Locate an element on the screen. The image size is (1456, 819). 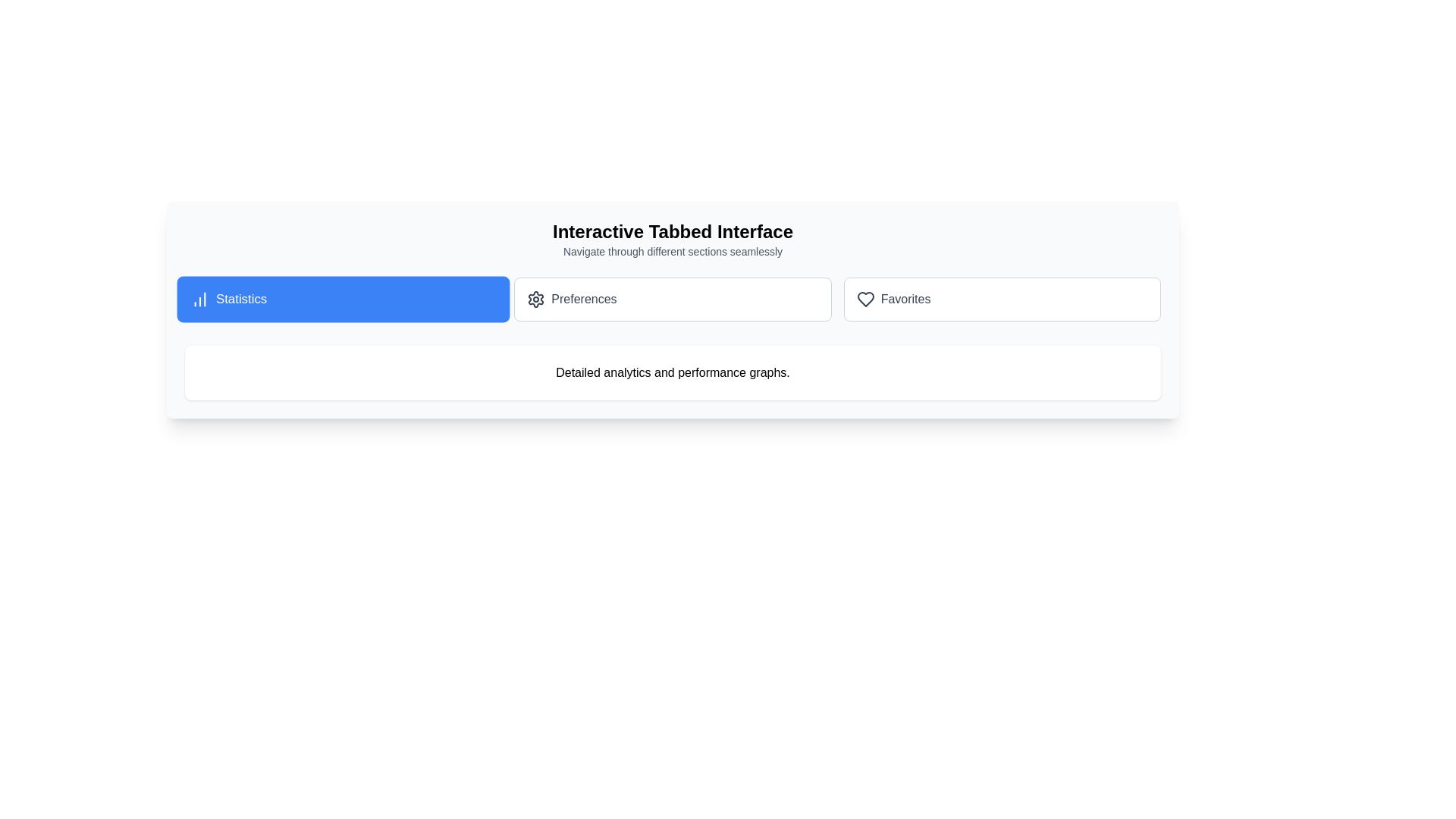
the tab labeled Statistics is located at coordinates (343, 299).